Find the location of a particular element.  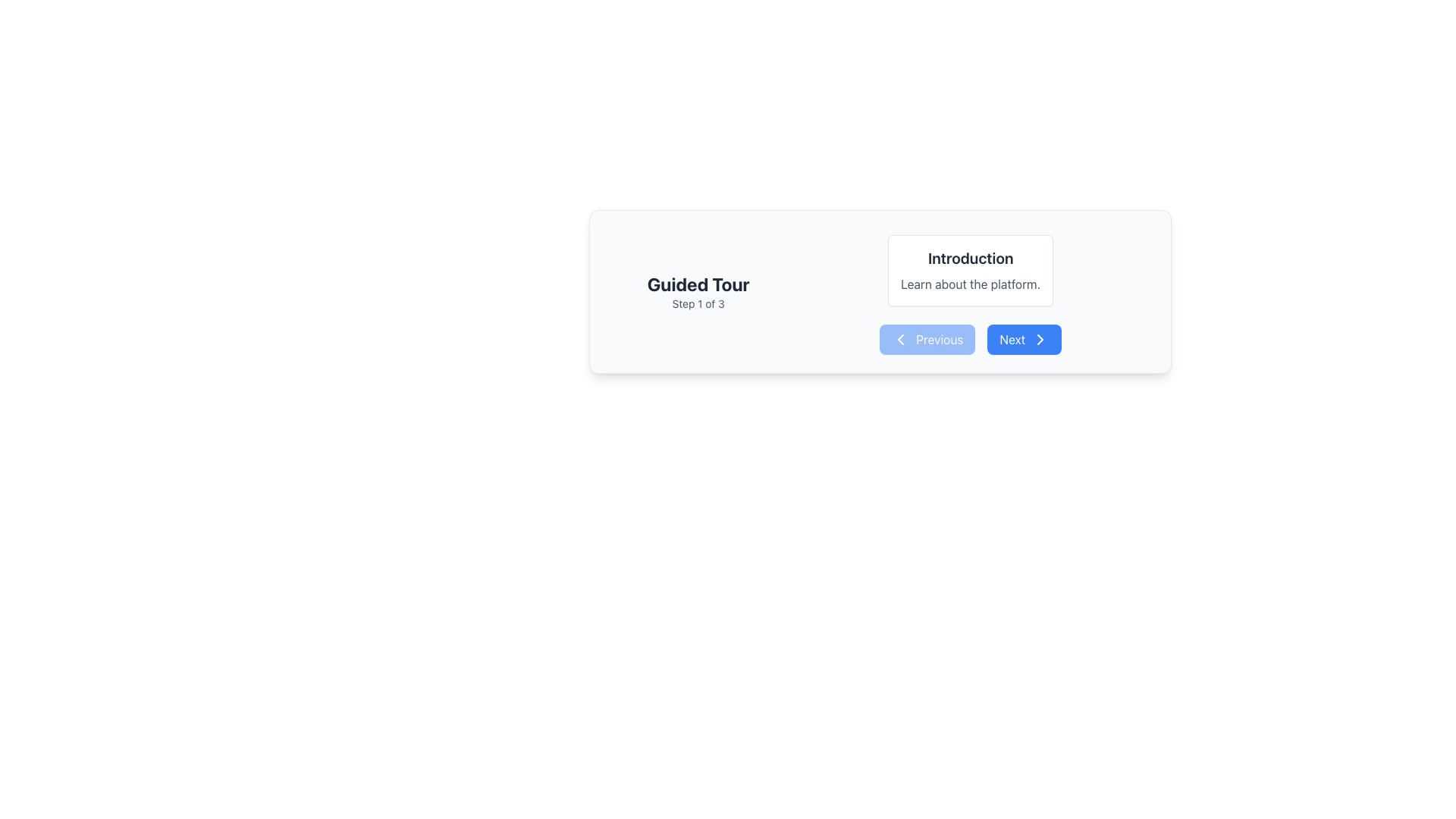

the 'Previous' button in the Navigation Button Group, which is styled with a blue background and a left-pointing arrow icon is located at coordinates (971, 338).